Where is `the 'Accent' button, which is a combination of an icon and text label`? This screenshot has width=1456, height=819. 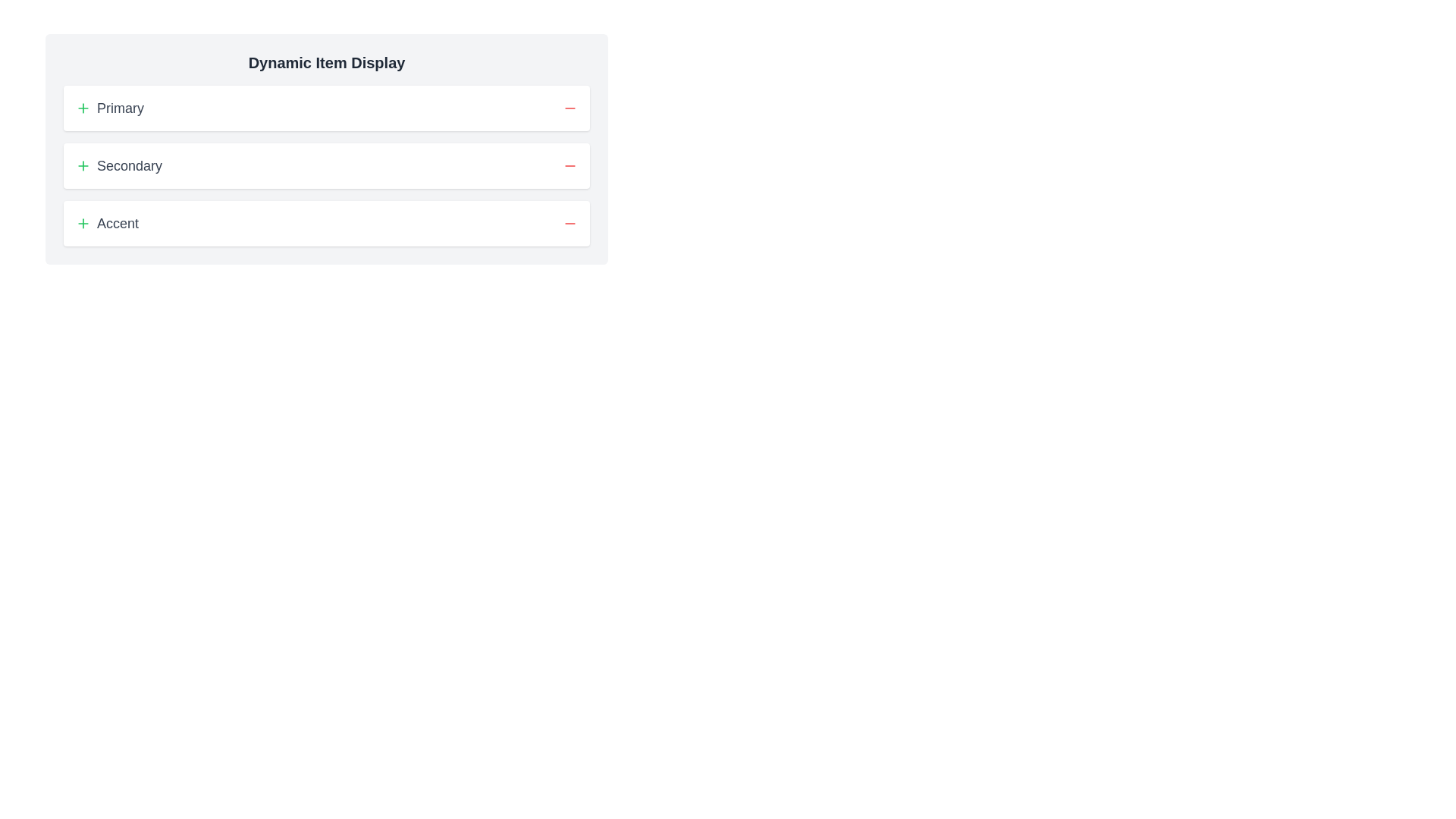
the 'Accent' button, which is a combination of an icon and text label is located at coordinates (106, 223).